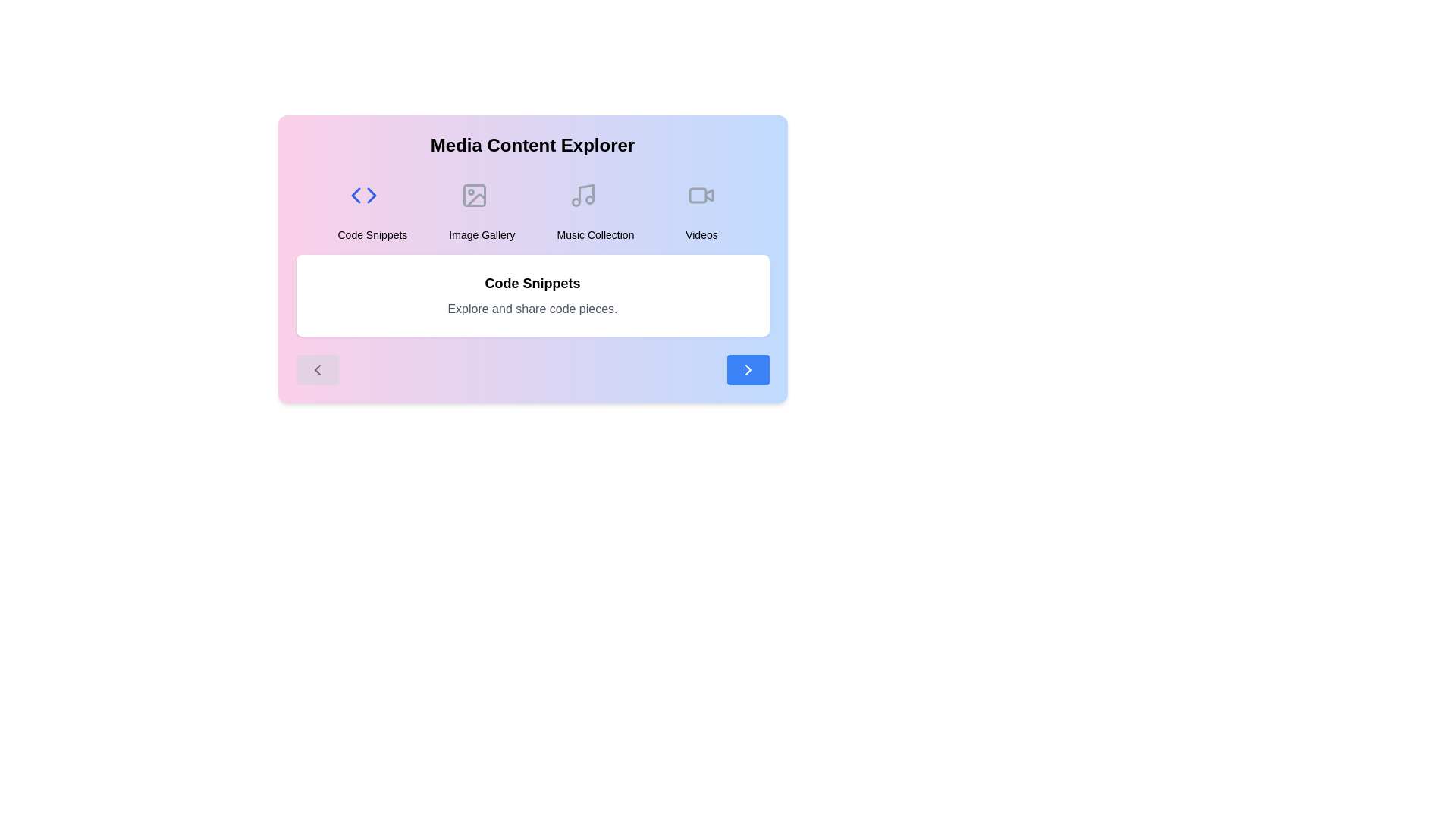 This screenshot has width=1456, height=819. I want to click on the category Music Collection to view its description, so click(595, 206).